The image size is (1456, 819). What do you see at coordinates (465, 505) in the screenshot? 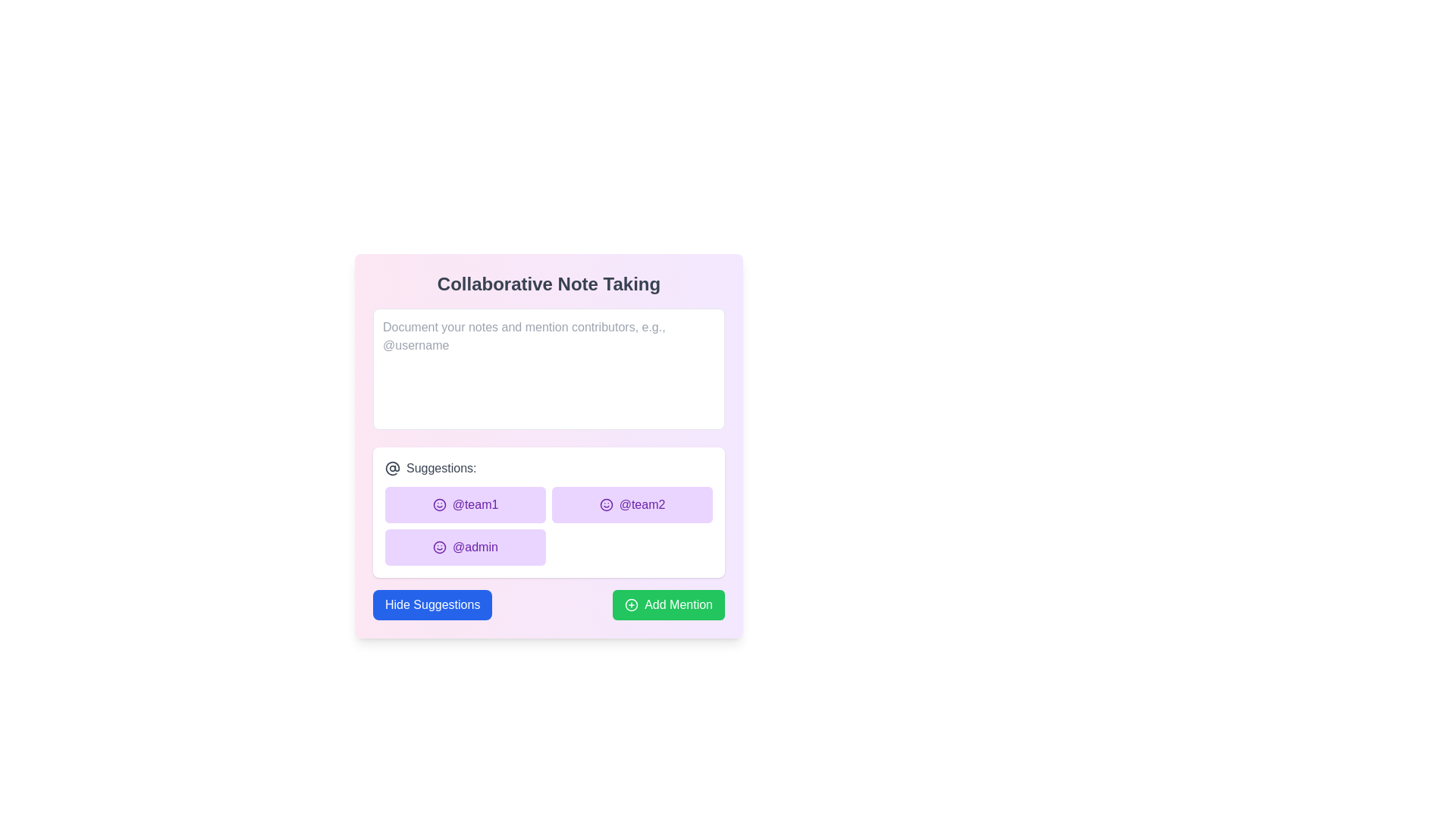
I see `the rectangular button labeled '@team1' with a purple text on a light purple background` at bounding box center [465, 505].